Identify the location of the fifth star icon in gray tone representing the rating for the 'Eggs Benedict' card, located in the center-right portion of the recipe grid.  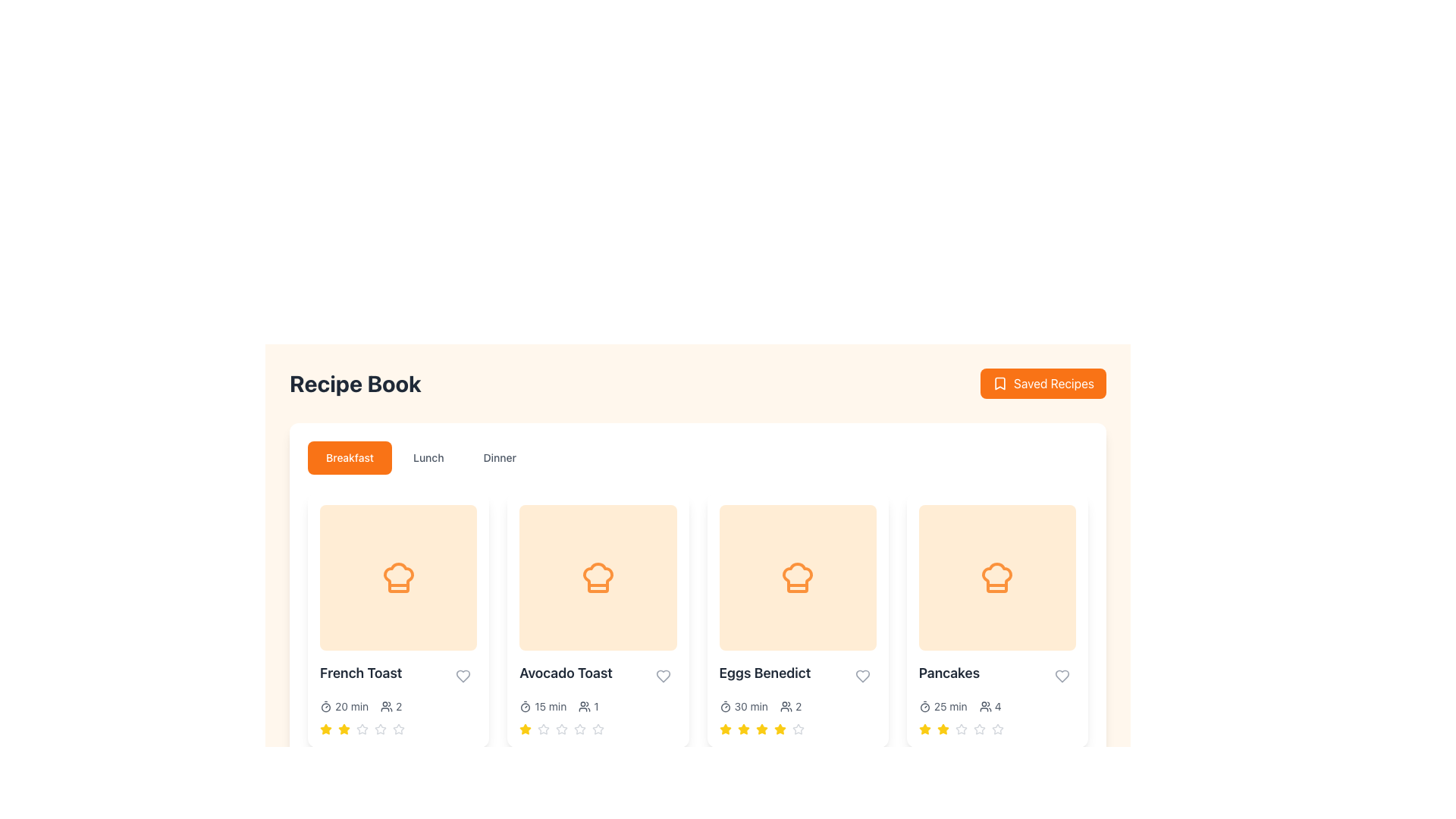
(797, 728).